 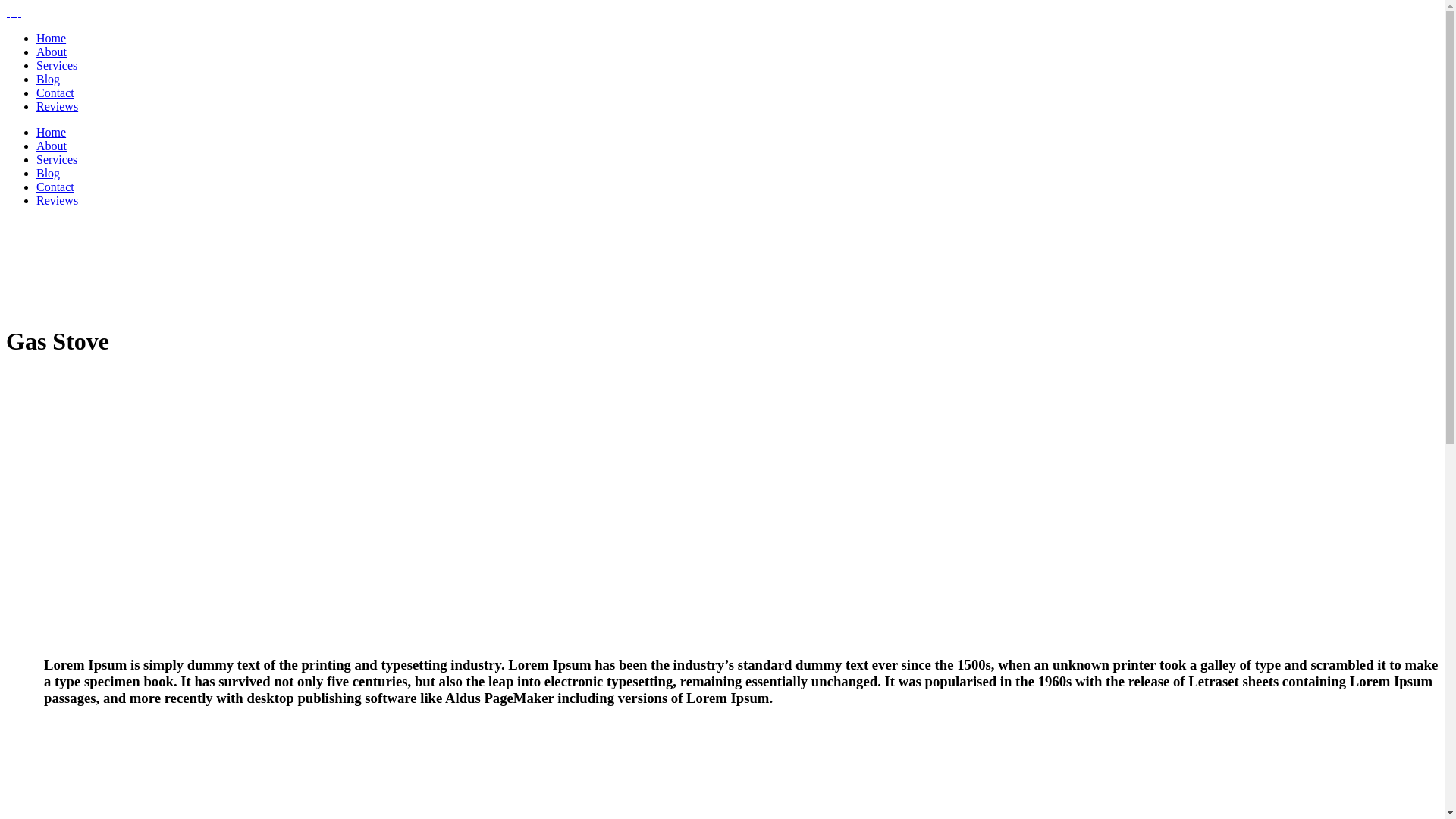 What do you see at coordinates (57, 199) in the screenshot?
I see `'Reviews'` at bounding box center [57, 199].